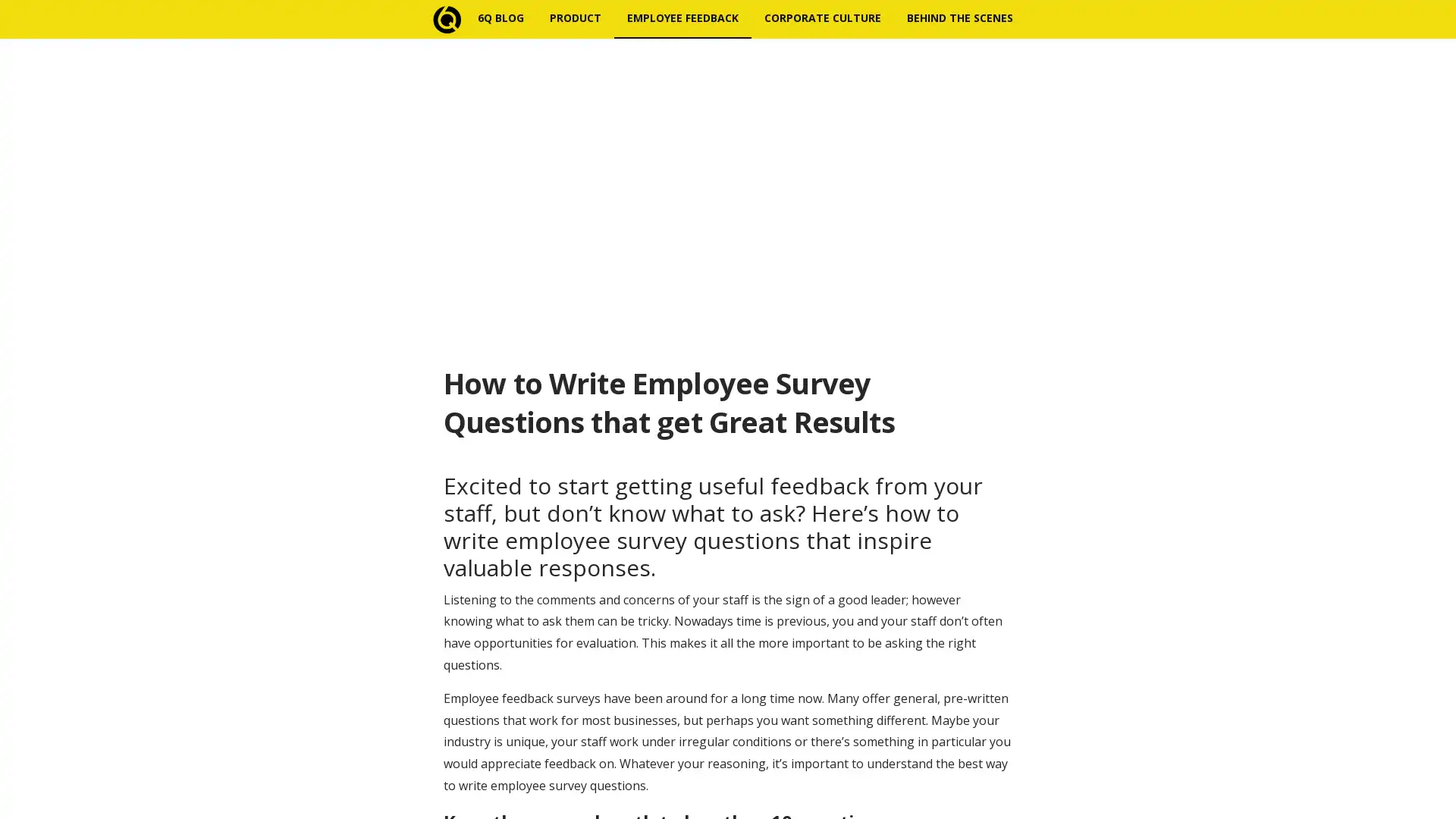 The height and width of the screenshot is (819, 1456). What do you see at coordinates (895, 797) in the screenshot?
I see `Subscribe` at bounding box center [895, 797].